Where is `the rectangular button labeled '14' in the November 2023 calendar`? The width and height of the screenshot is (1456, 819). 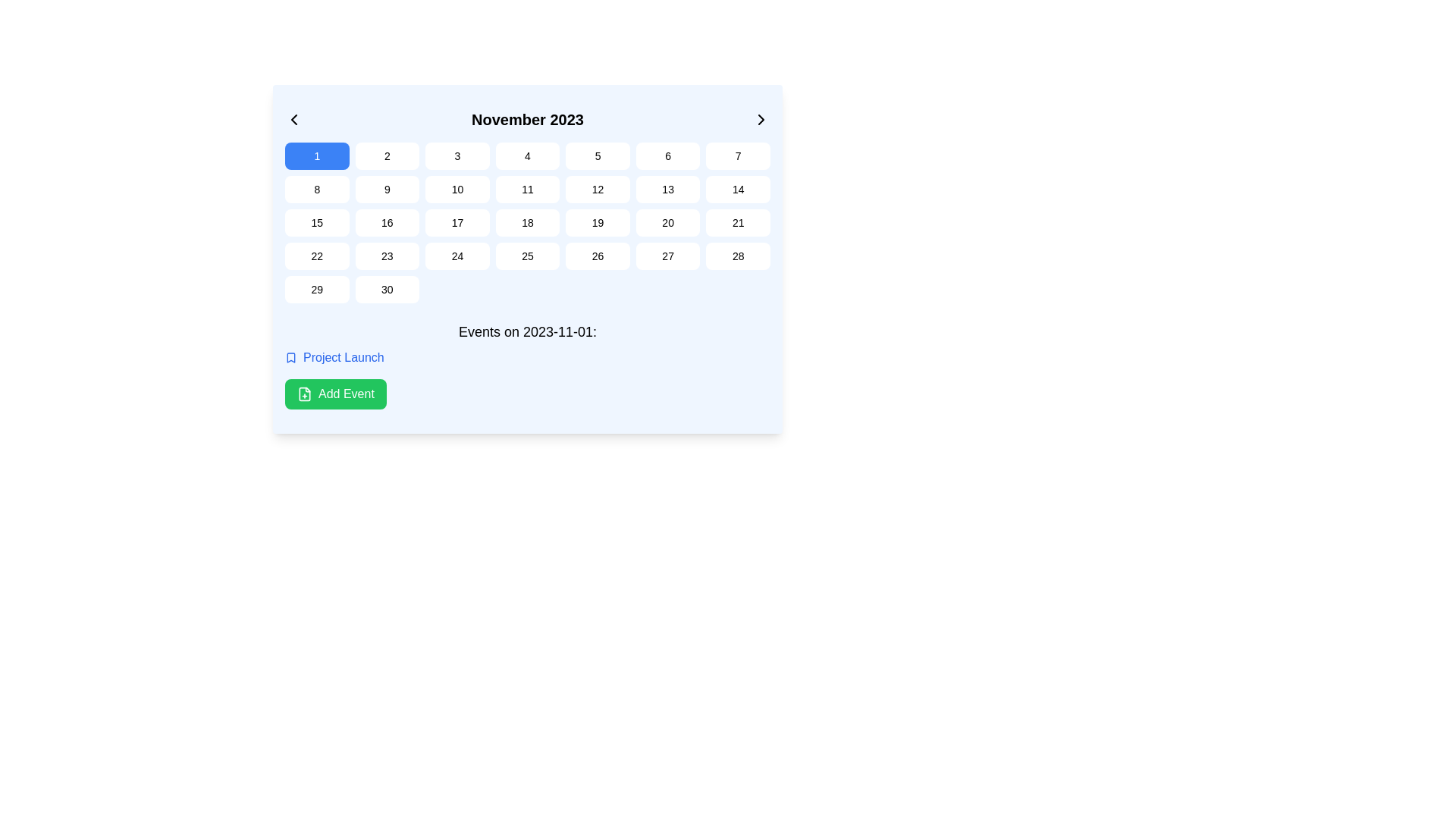 the rectangular button labeled '14' in the November 2023 calendar is located at coordinates (738, 189).